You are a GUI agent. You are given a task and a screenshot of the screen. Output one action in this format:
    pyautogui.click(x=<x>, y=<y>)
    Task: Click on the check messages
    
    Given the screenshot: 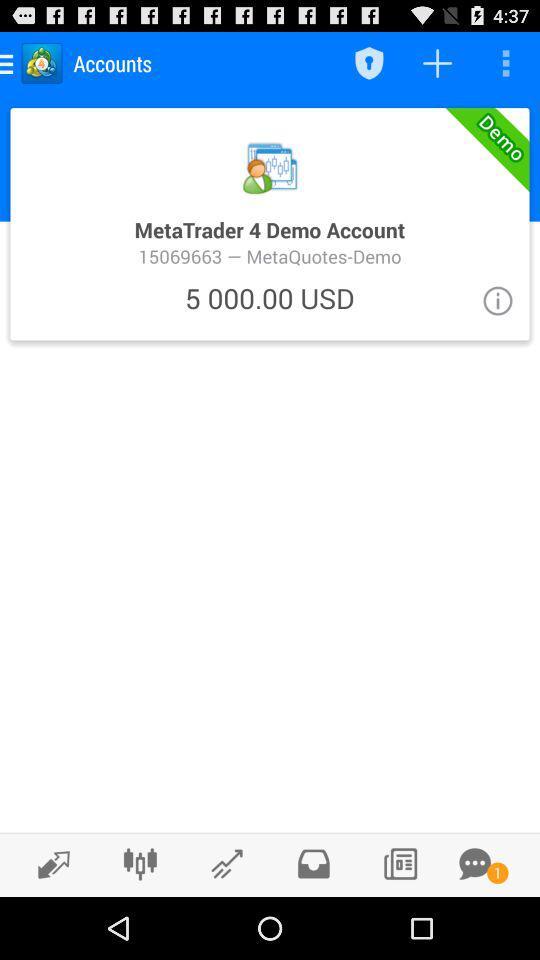 What is the action you would take?
    pyautogui.click(x=313, y=863)
    